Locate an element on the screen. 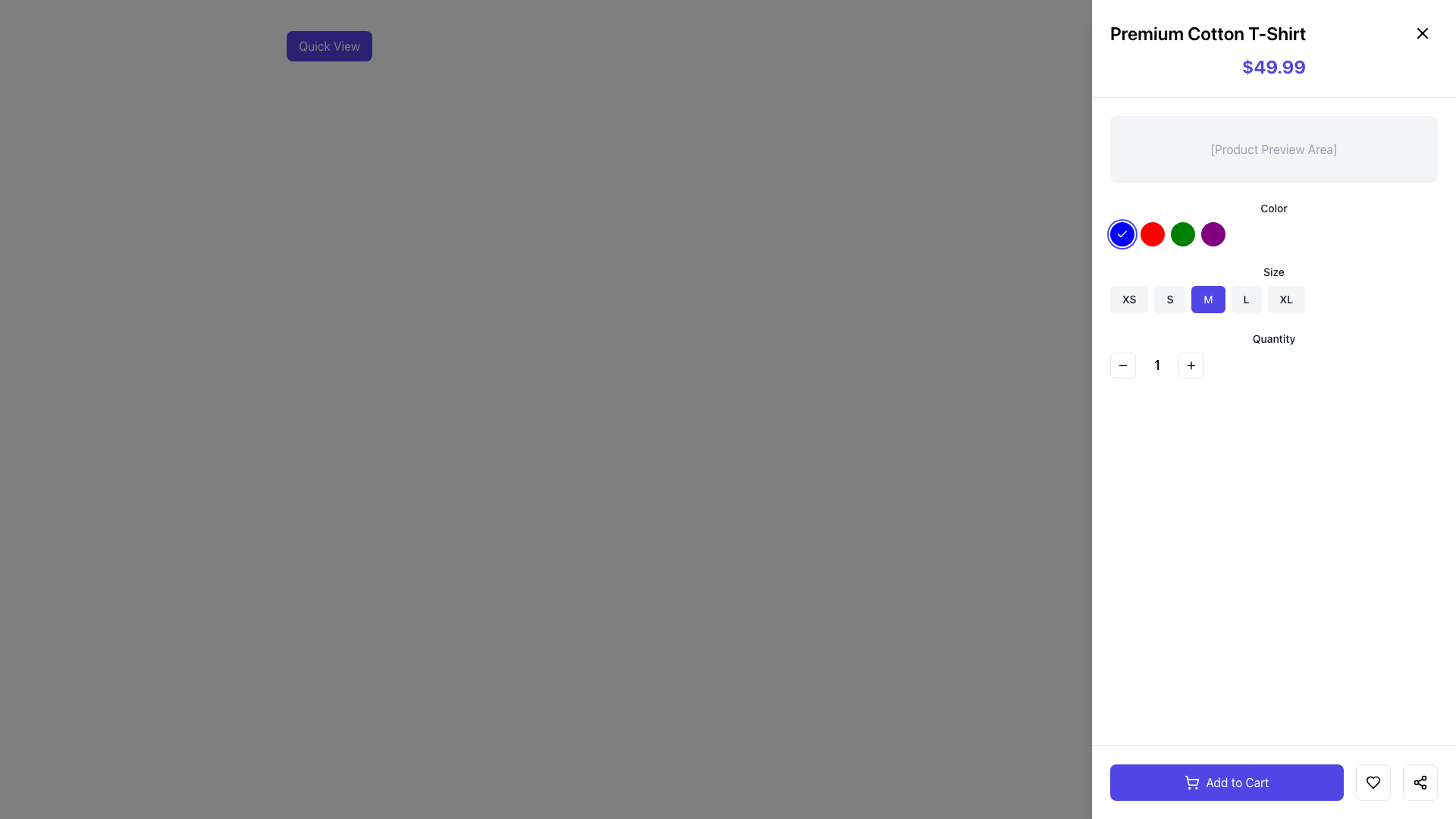 The height and width of the screenshot is (819, 1456). the minimalist outline heart icon located at the bottom-right corner, to the left of the share icon and to the right of the 'Add to Cart' button, to mark an item as a favorite is located at coordinates (1373, 783).